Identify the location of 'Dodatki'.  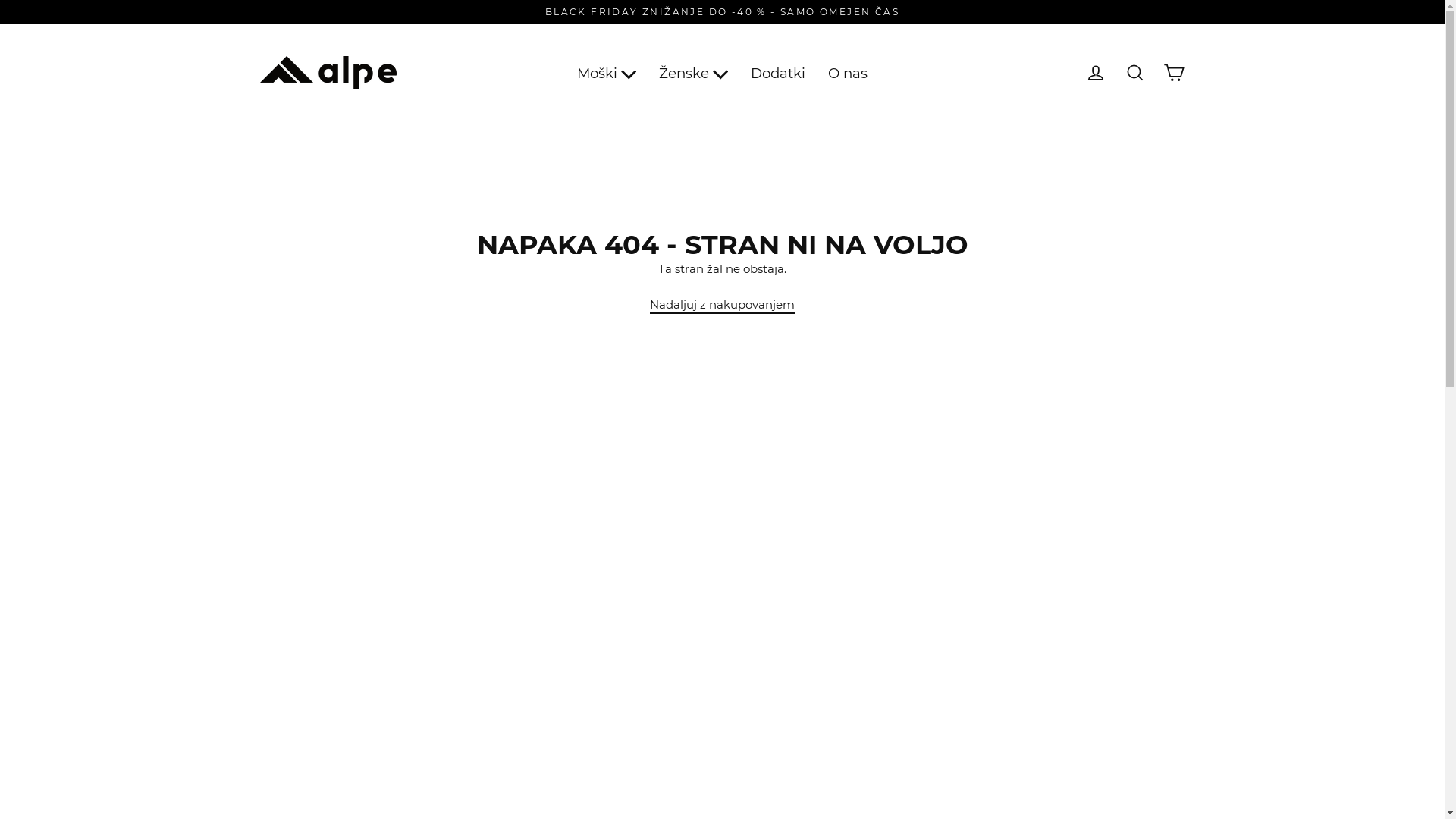
(778, 73).